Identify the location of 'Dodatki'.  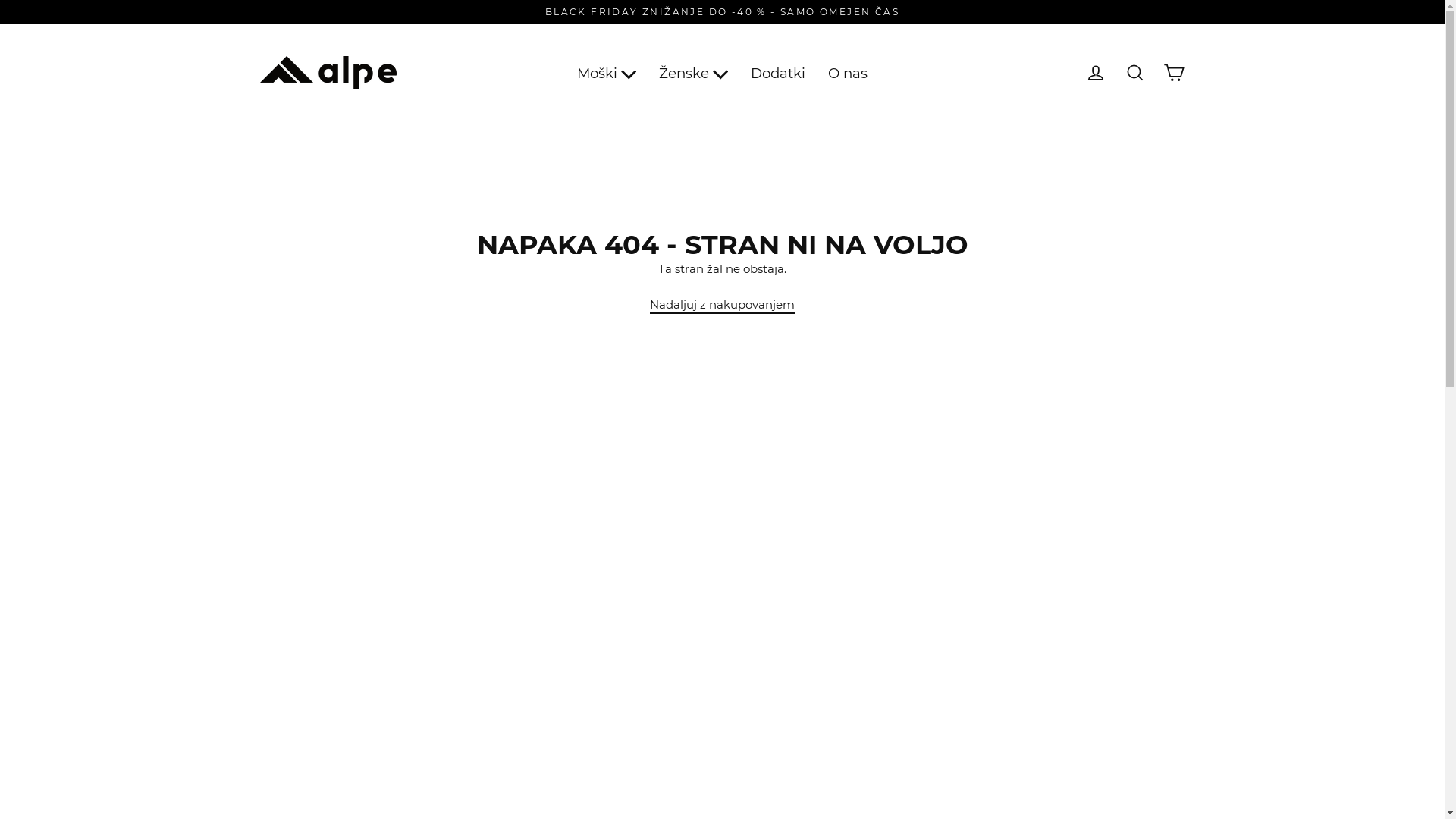
(778, 73).